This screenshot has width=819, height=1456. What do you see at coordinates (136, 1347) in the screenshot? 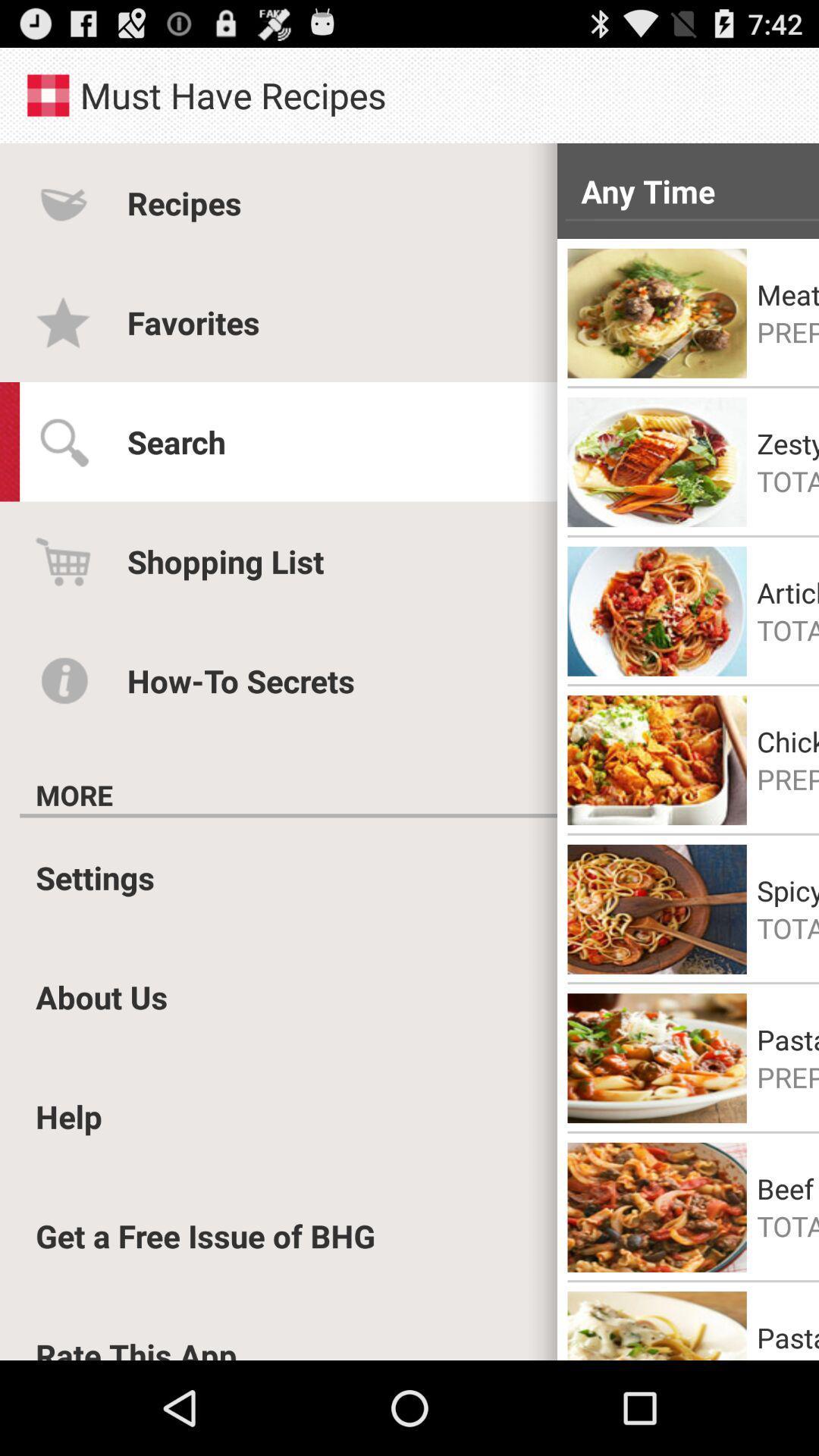
I see `rate this app` at bounding box center [136, 1347].